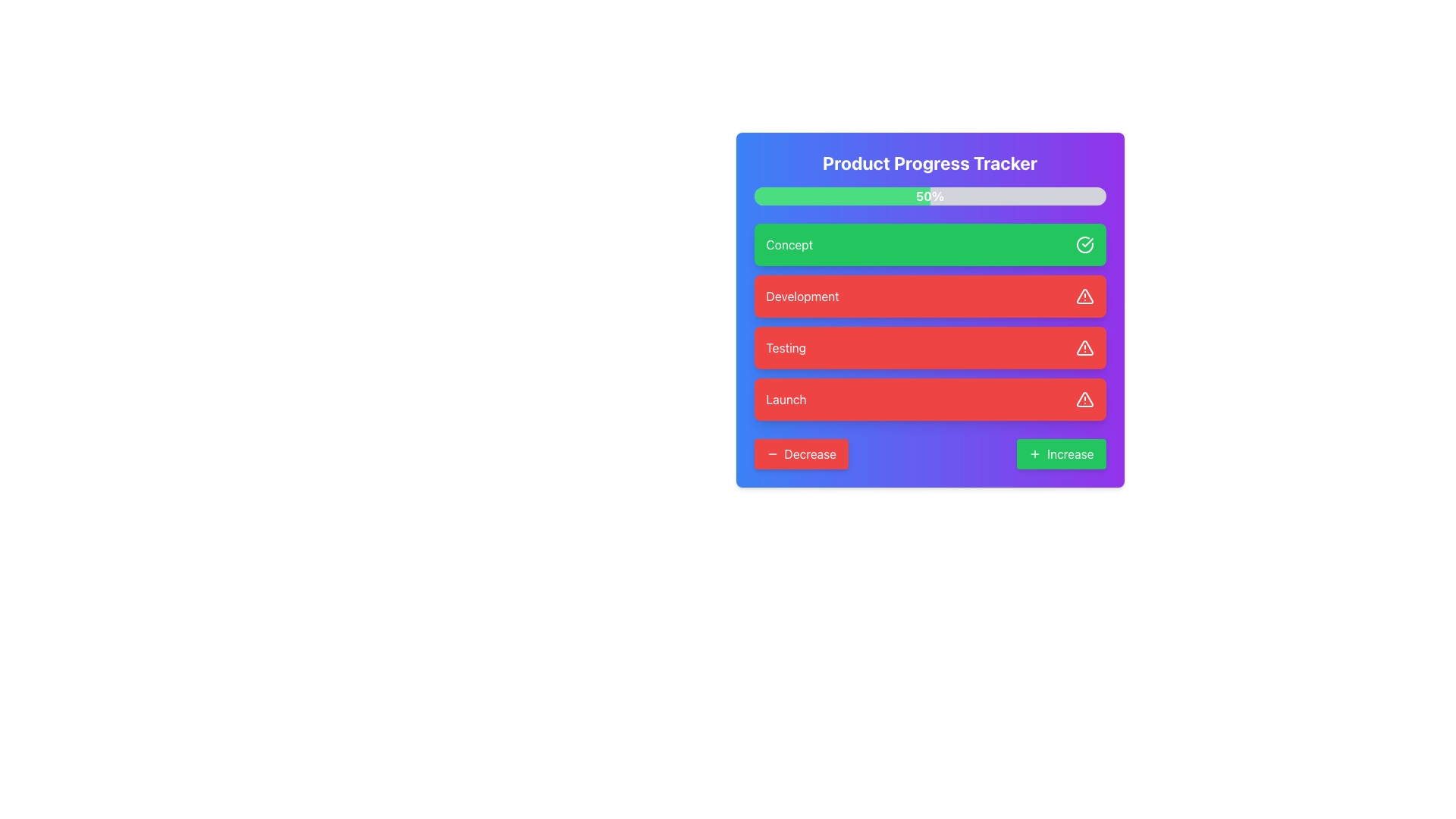 The width and height of the screenshot is (1456, 819). I want to click on the red 'Decrease' button with white bold text and a minus sign icon, so click(800, 453).